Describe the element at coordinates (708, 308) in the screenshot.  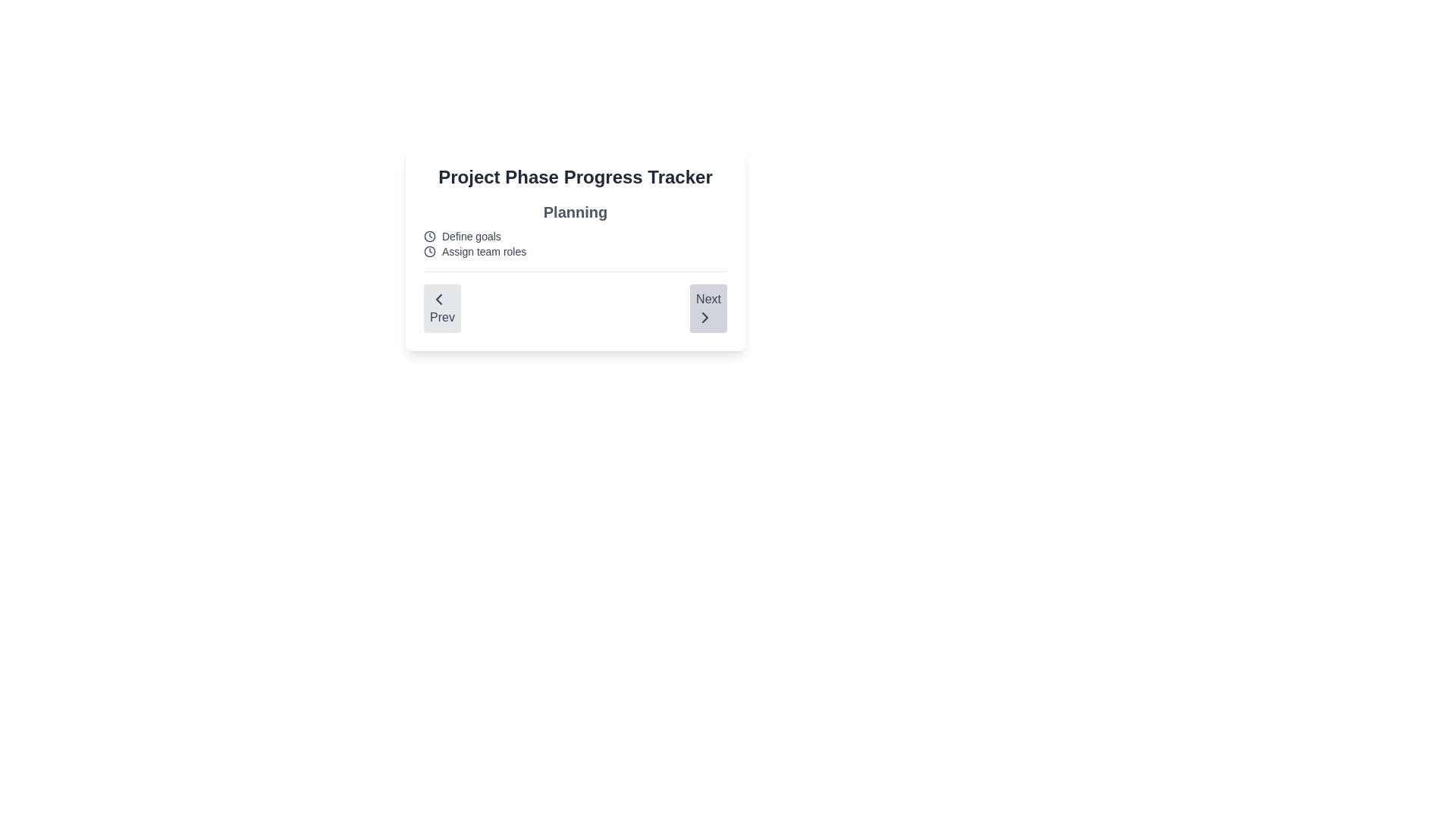
I see `'Next' button to navigate to the next phase` at that location.